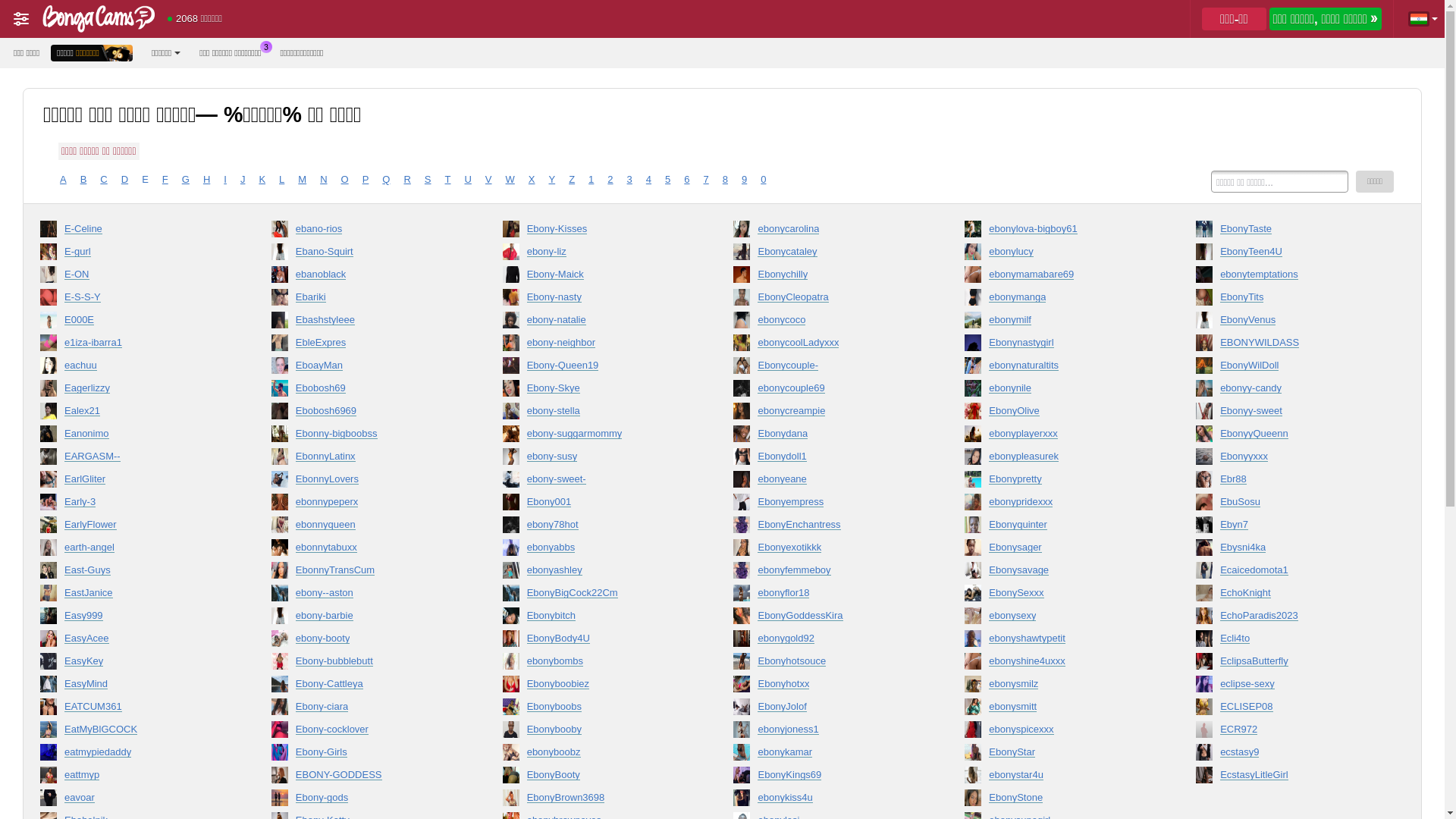  I want to click on 'A', so click(62, 178).